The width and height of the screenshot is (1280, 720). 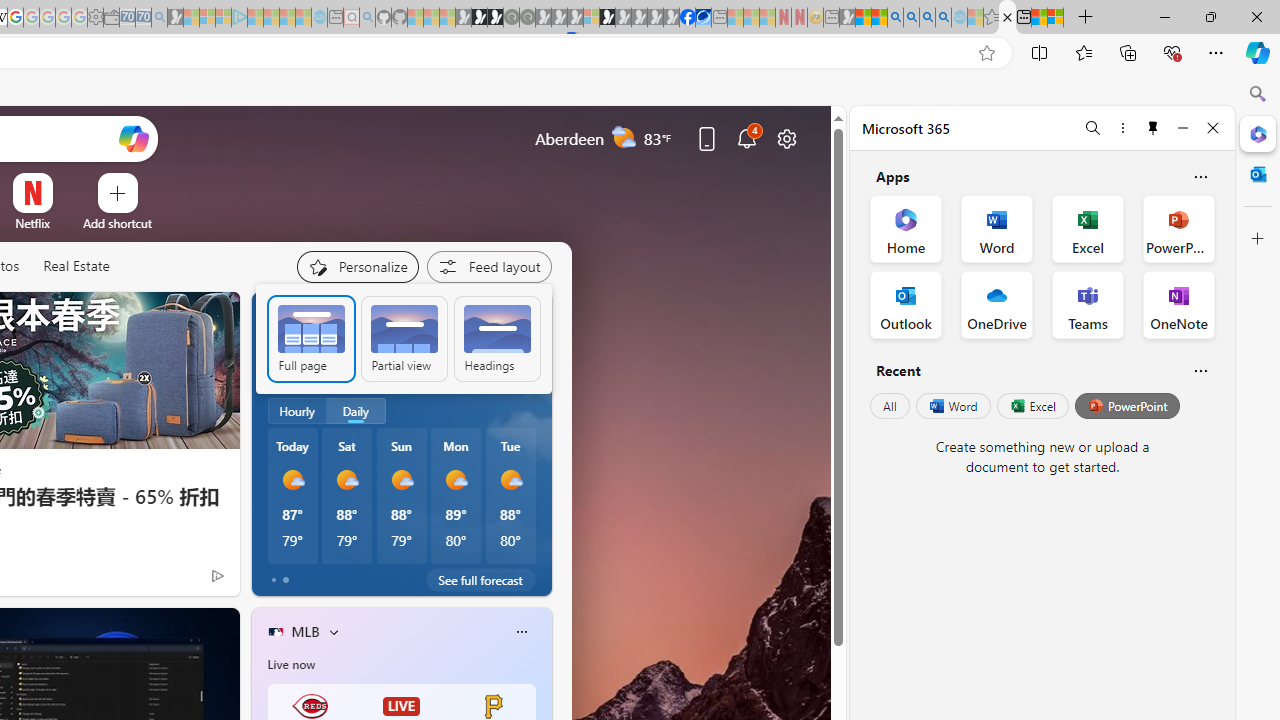 I want to click on 'MLB', so click(x=304, y=631).